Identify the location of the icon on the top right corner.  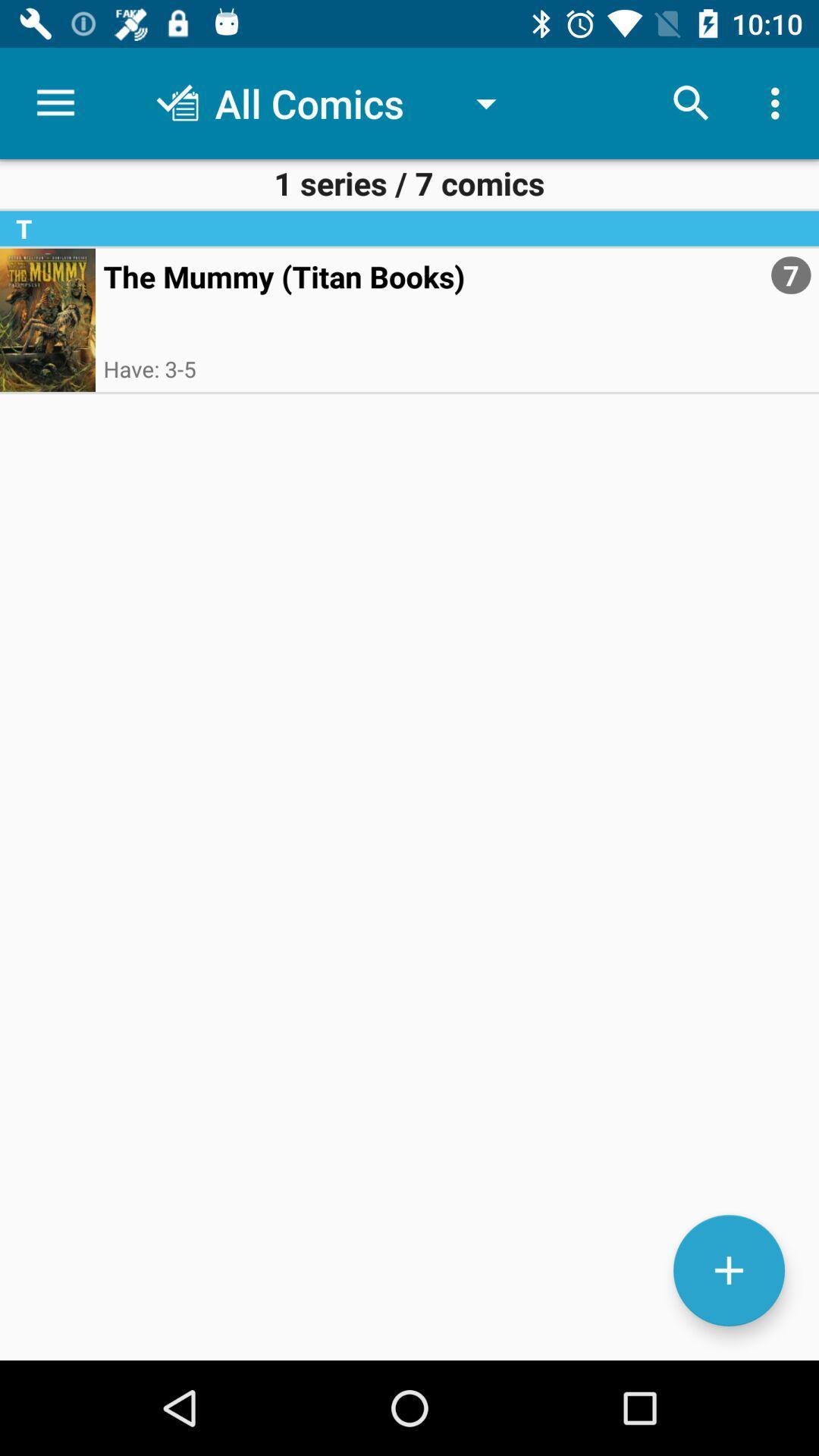
(779, 103).